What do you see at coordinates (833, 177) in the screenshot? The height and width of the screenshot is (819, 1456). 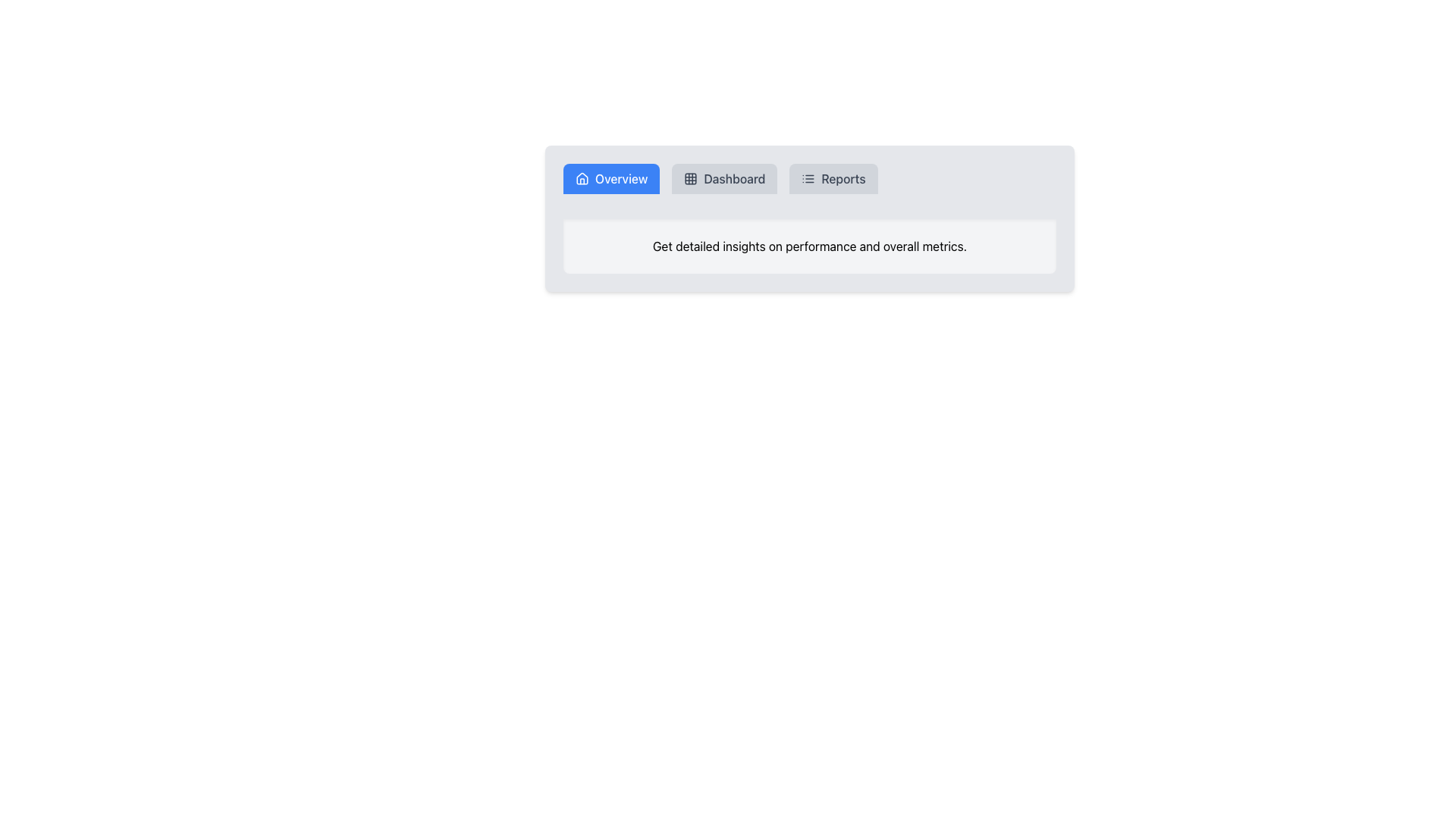 I see `the third navigation tab button that leads` at bounding box center [833, 177].